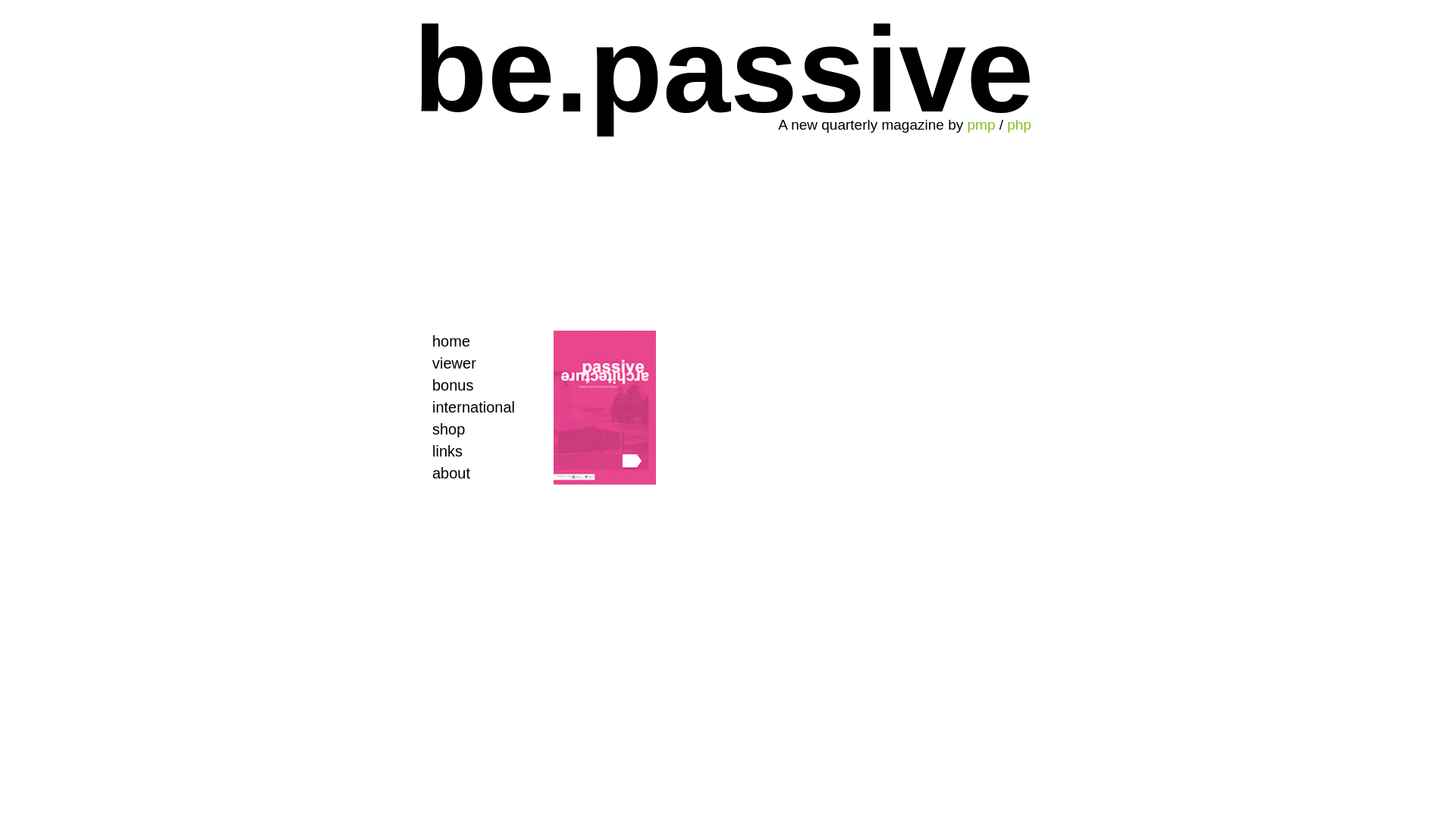 The height and width of the screenshot is (819, 1456). I want to click on 'links', so click(469, 450).